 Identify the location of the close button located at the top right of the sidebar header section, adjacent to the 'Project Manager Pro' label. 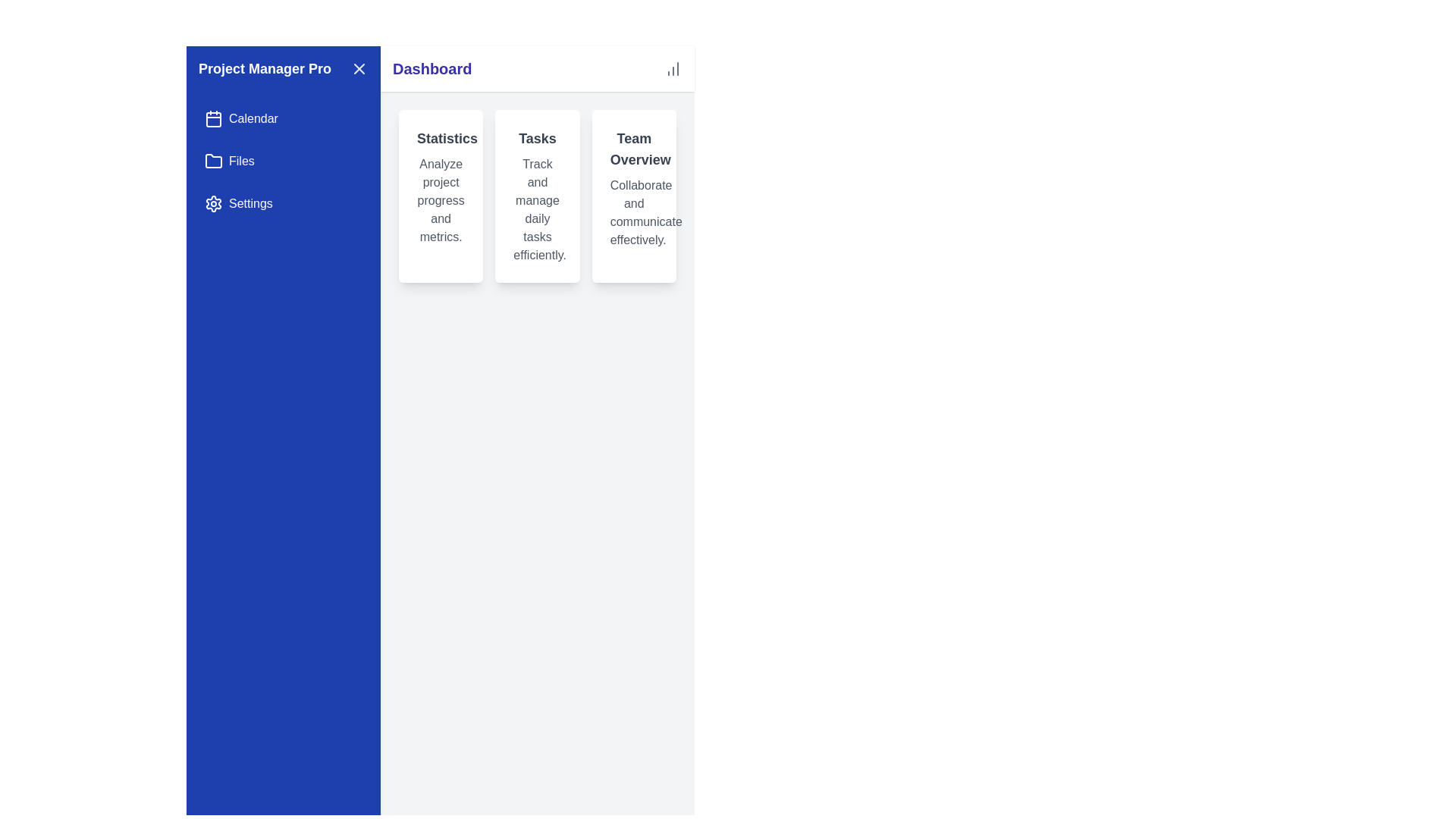
(359, 69).